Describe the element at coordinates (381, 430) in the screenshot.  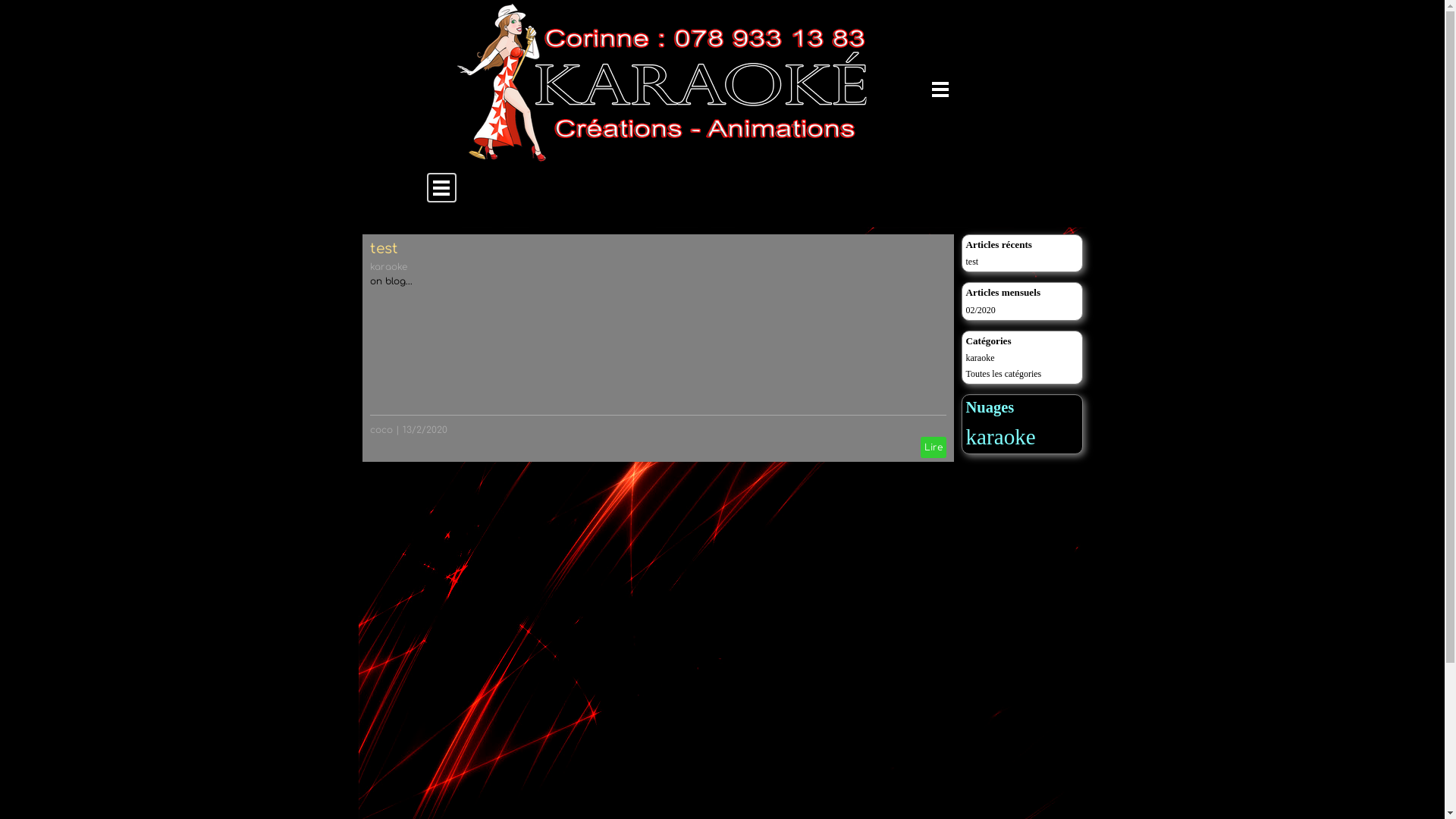
I see `'coco'` at that location.